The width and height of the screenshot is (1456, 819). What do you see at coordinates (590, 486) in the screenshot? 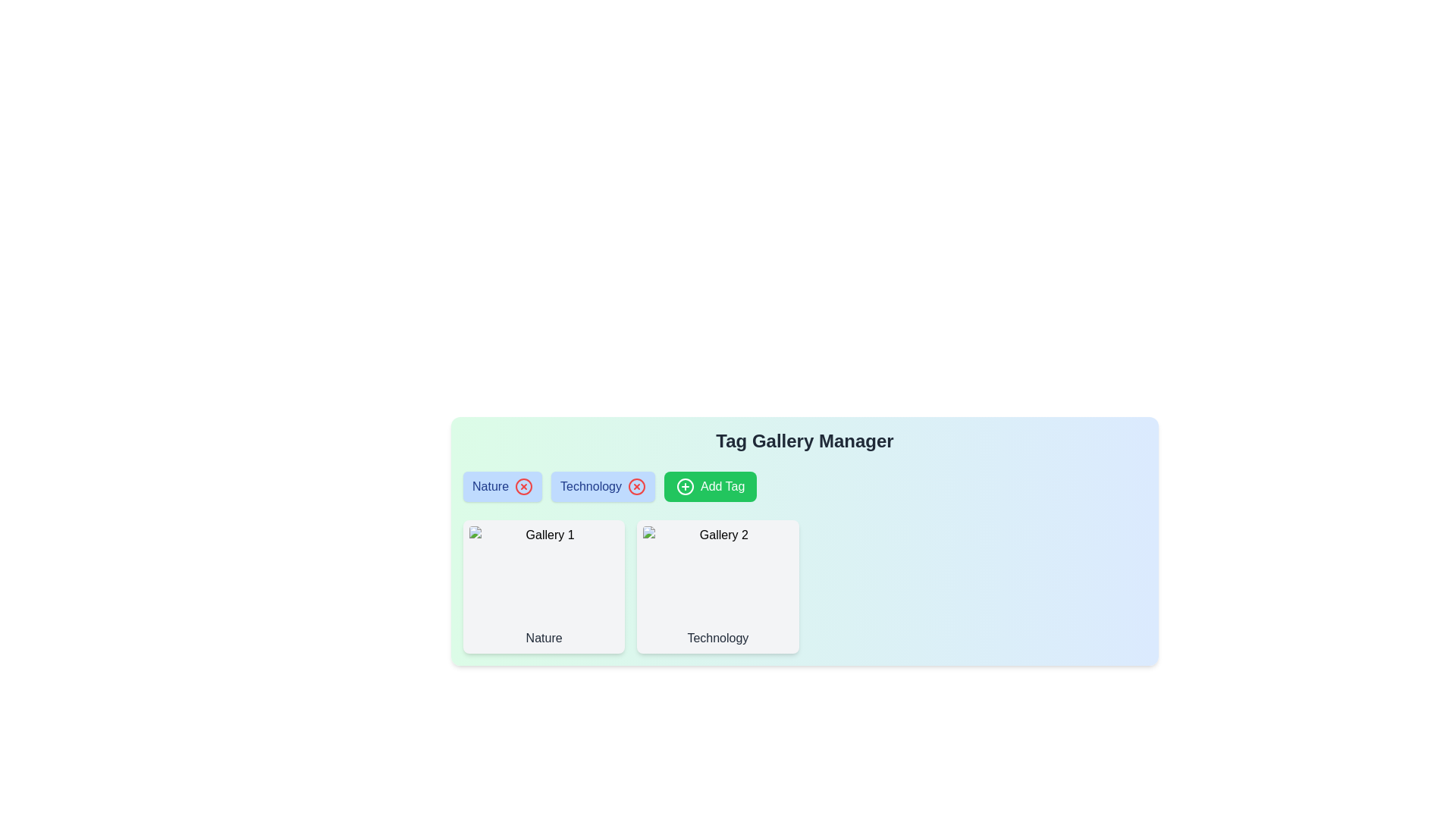
I see `the pill-shaped tag containing the 'Technology' text label to initiate interactions` at bounding box center [590, 486].